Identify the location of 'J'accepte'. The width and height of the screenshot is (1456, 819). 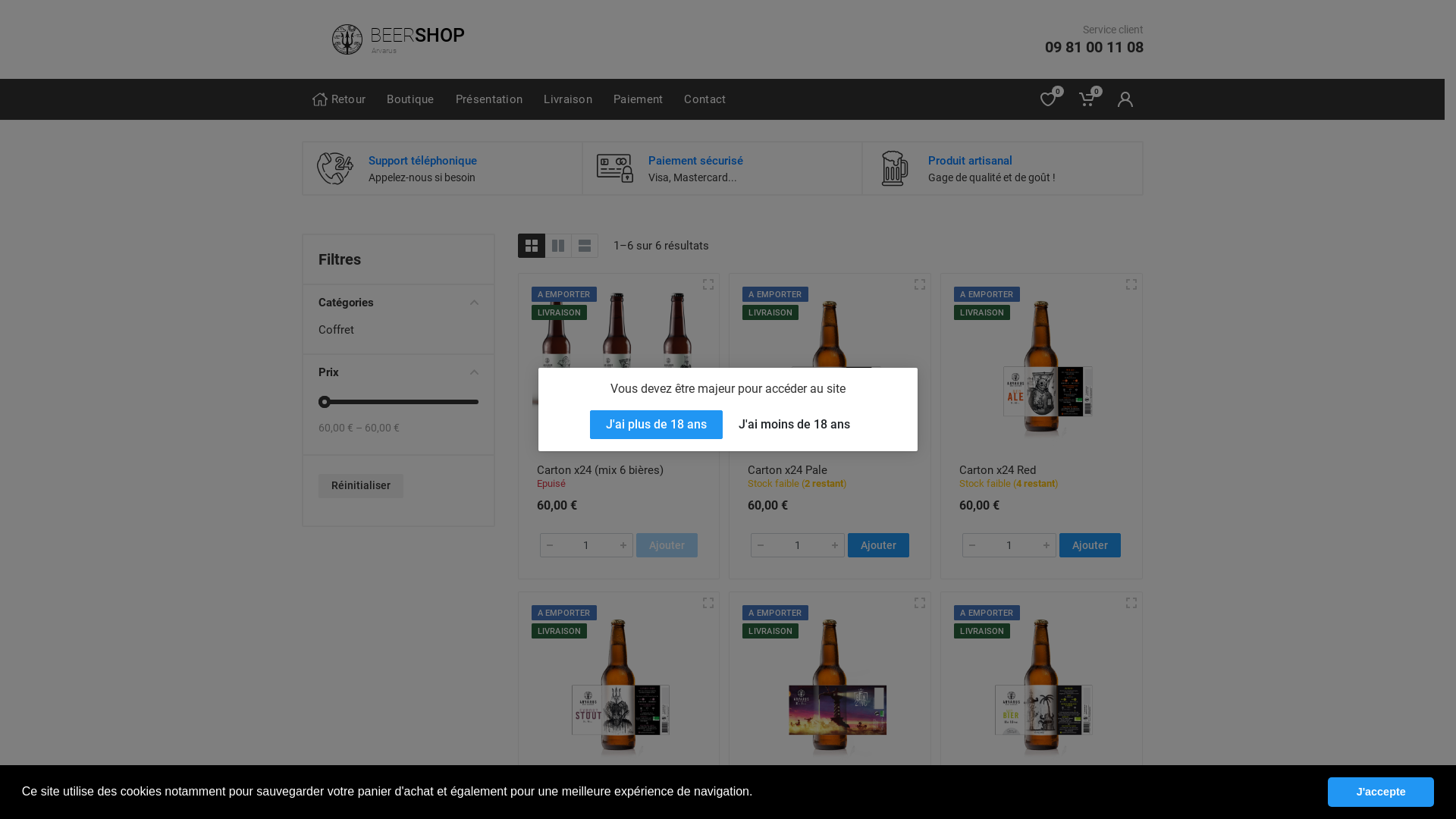
(1380, 791).